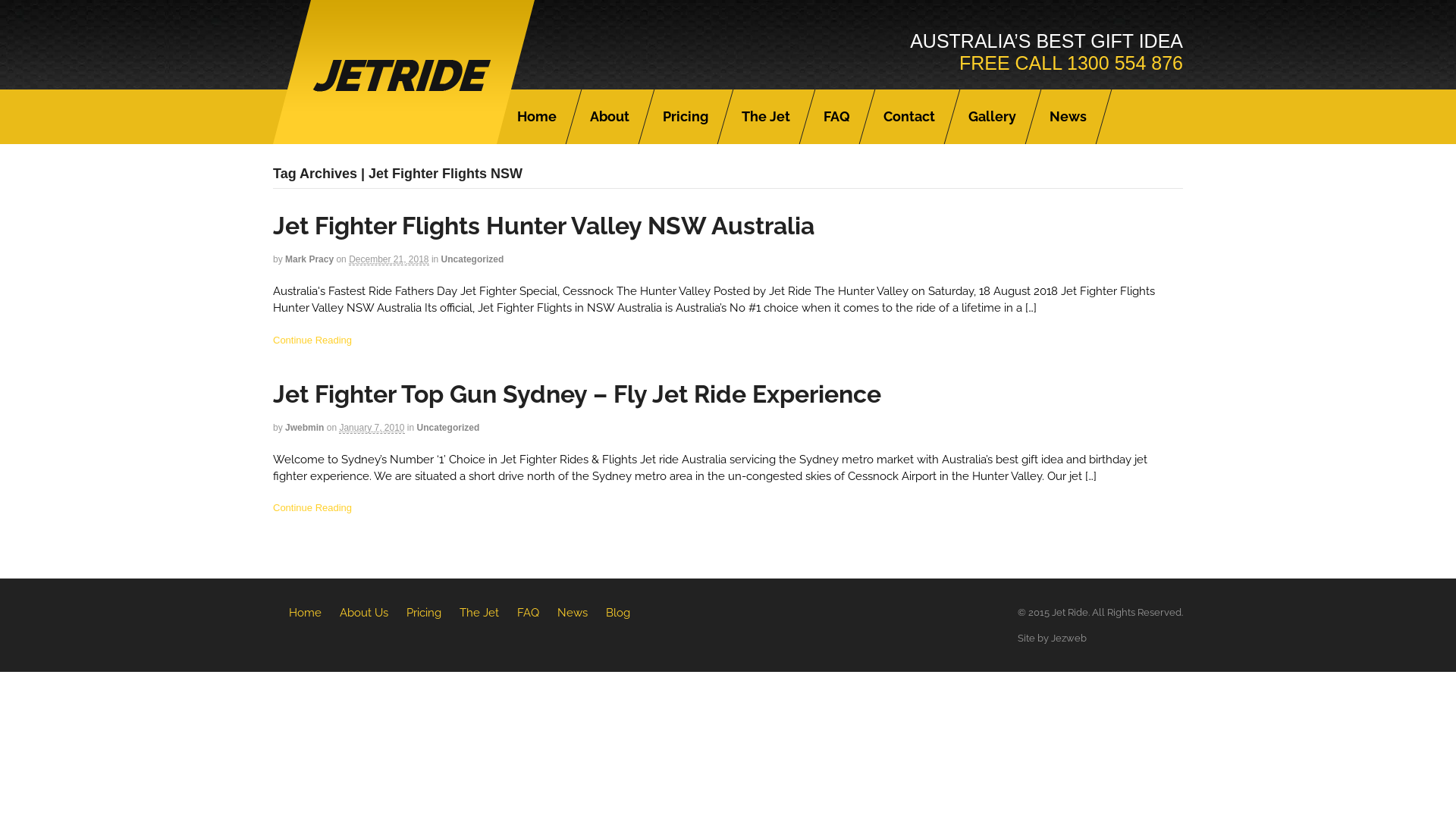  Describe the element at coordinates (447, 427) in the screenshot. I see `'Uncategorized'` at that location.